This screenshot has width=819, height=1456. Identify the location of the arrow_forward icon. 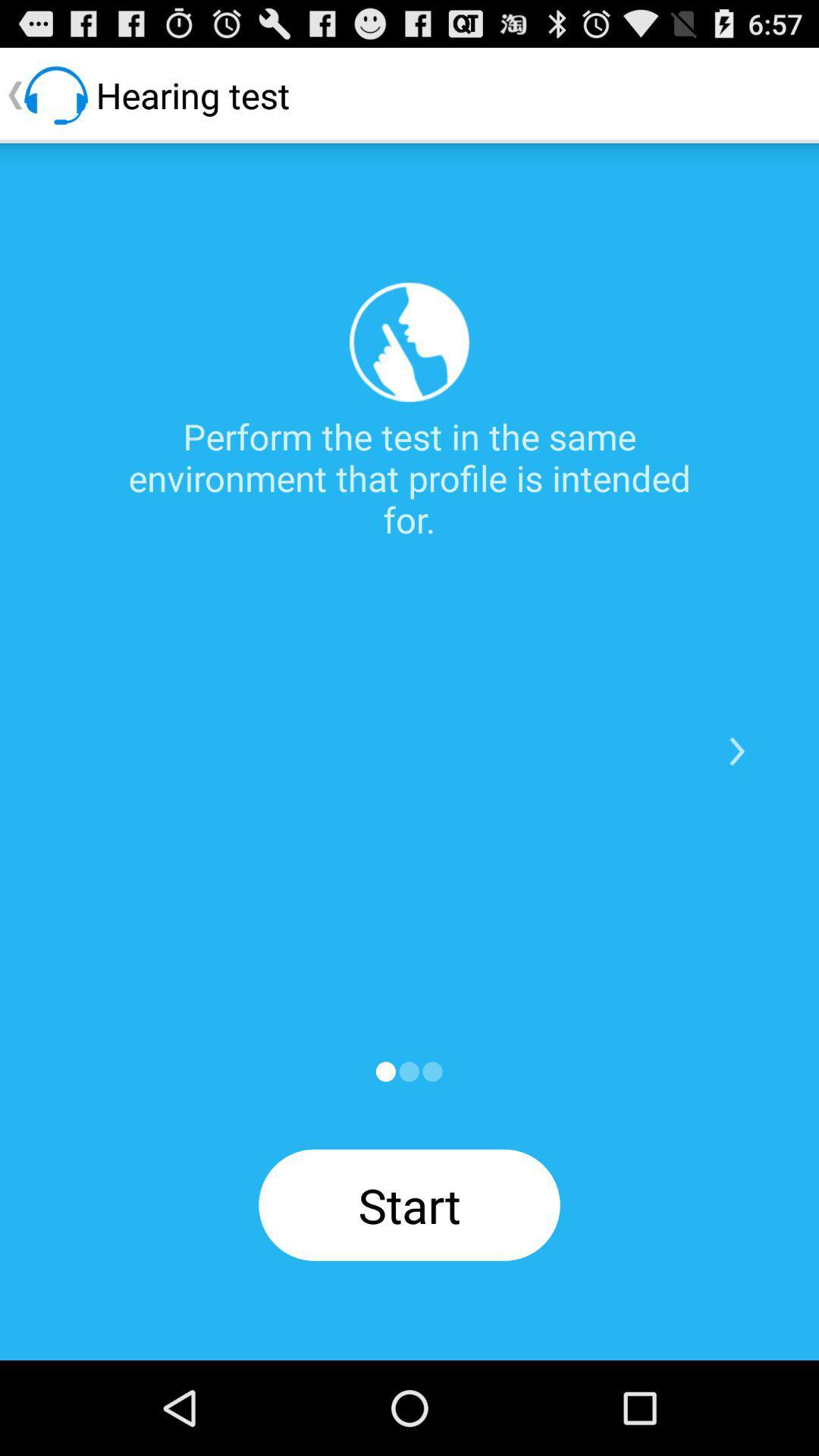
(736, 803).